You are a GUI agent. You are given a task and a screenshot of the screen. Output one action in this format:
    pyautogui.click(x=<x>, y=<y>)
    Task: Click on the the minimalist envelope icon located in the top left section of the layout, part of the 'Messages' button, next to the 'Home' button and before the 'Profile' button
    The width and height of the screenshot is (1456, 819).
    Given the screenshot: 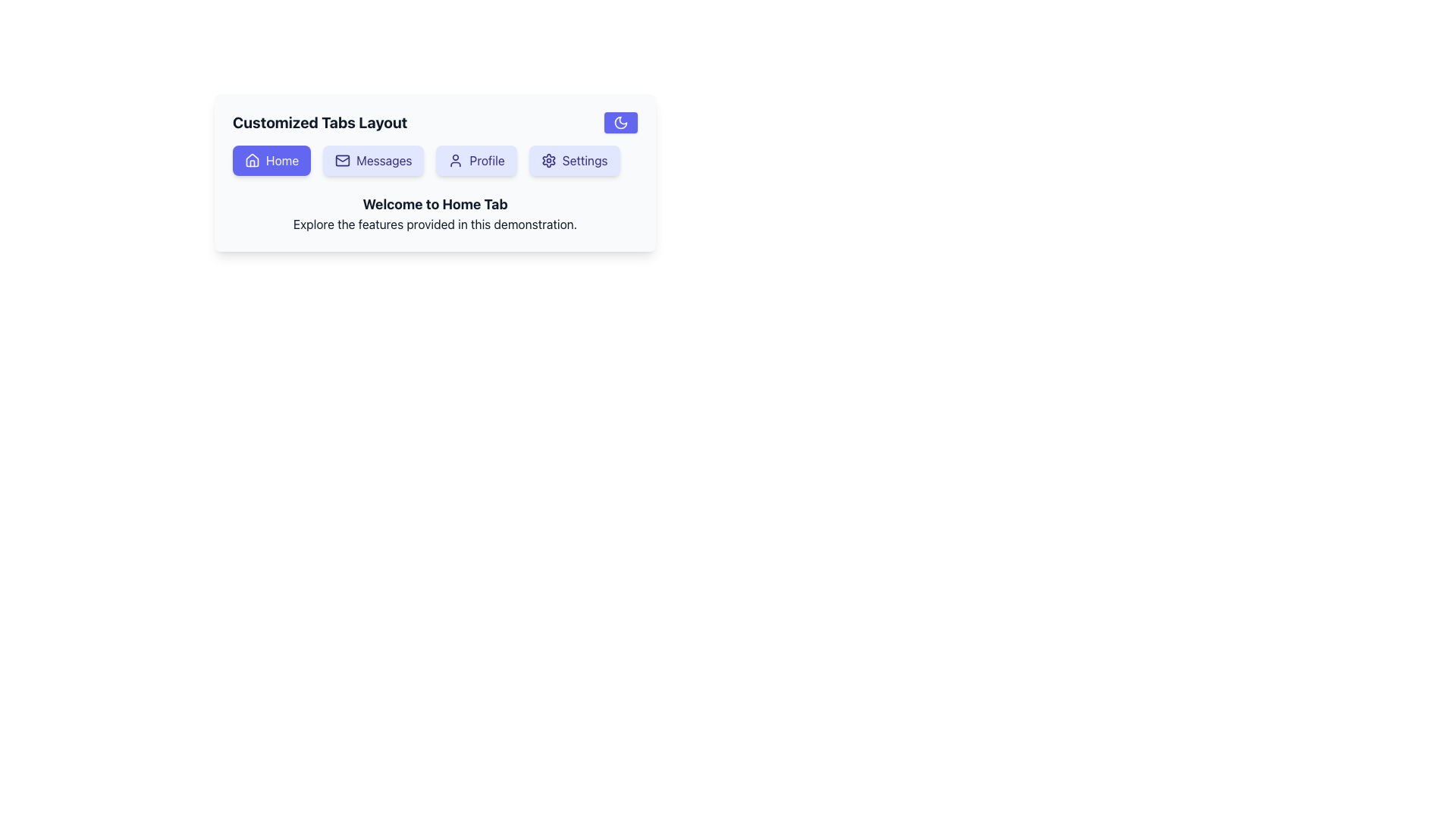 What is the action you would take?
    pyautogui.click(x=342, y=161)
    